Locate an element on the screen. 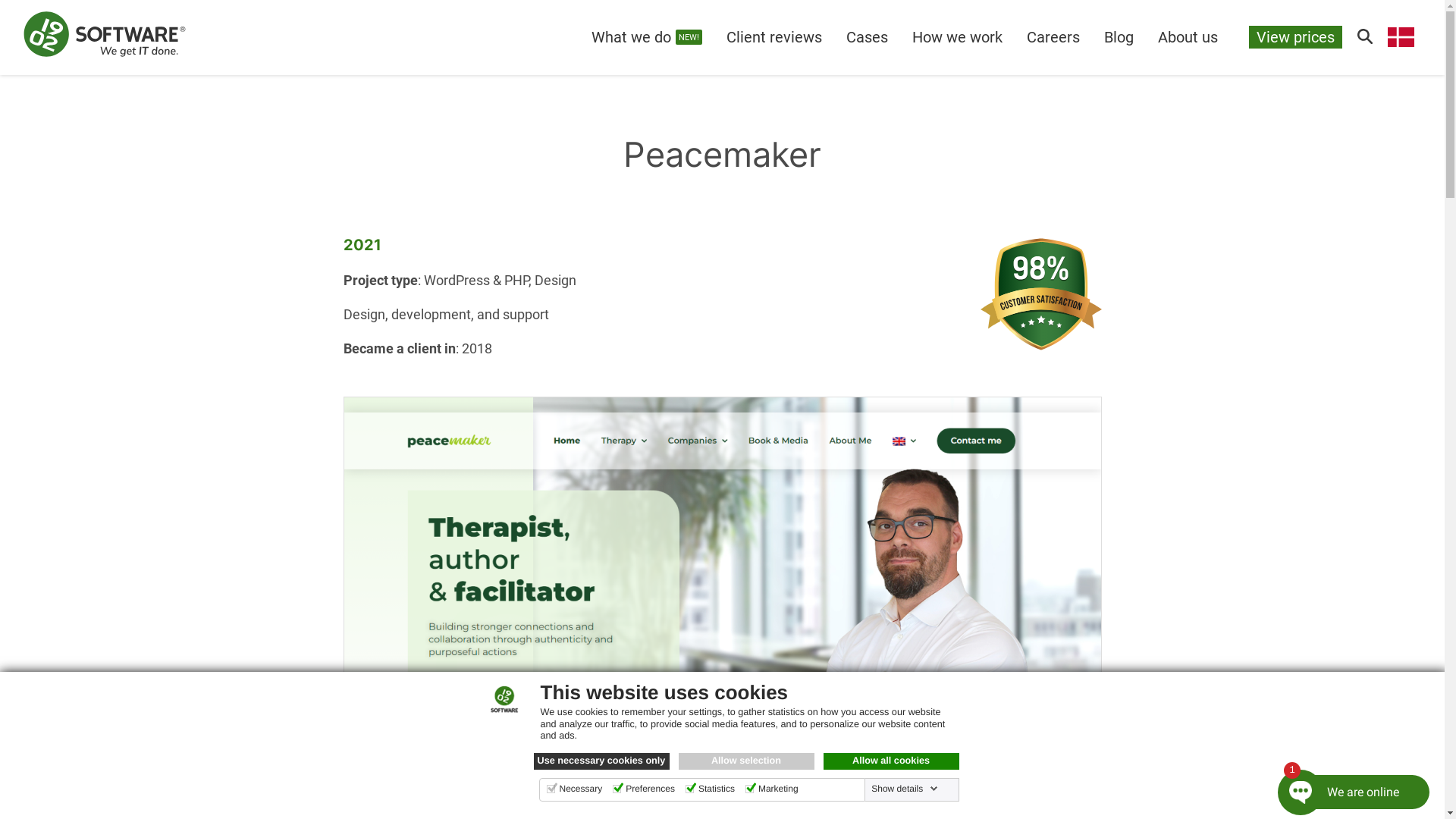 The height and width of the screenshot is (819, 1456). 'Careers' is located at coordinates (1015, 36).